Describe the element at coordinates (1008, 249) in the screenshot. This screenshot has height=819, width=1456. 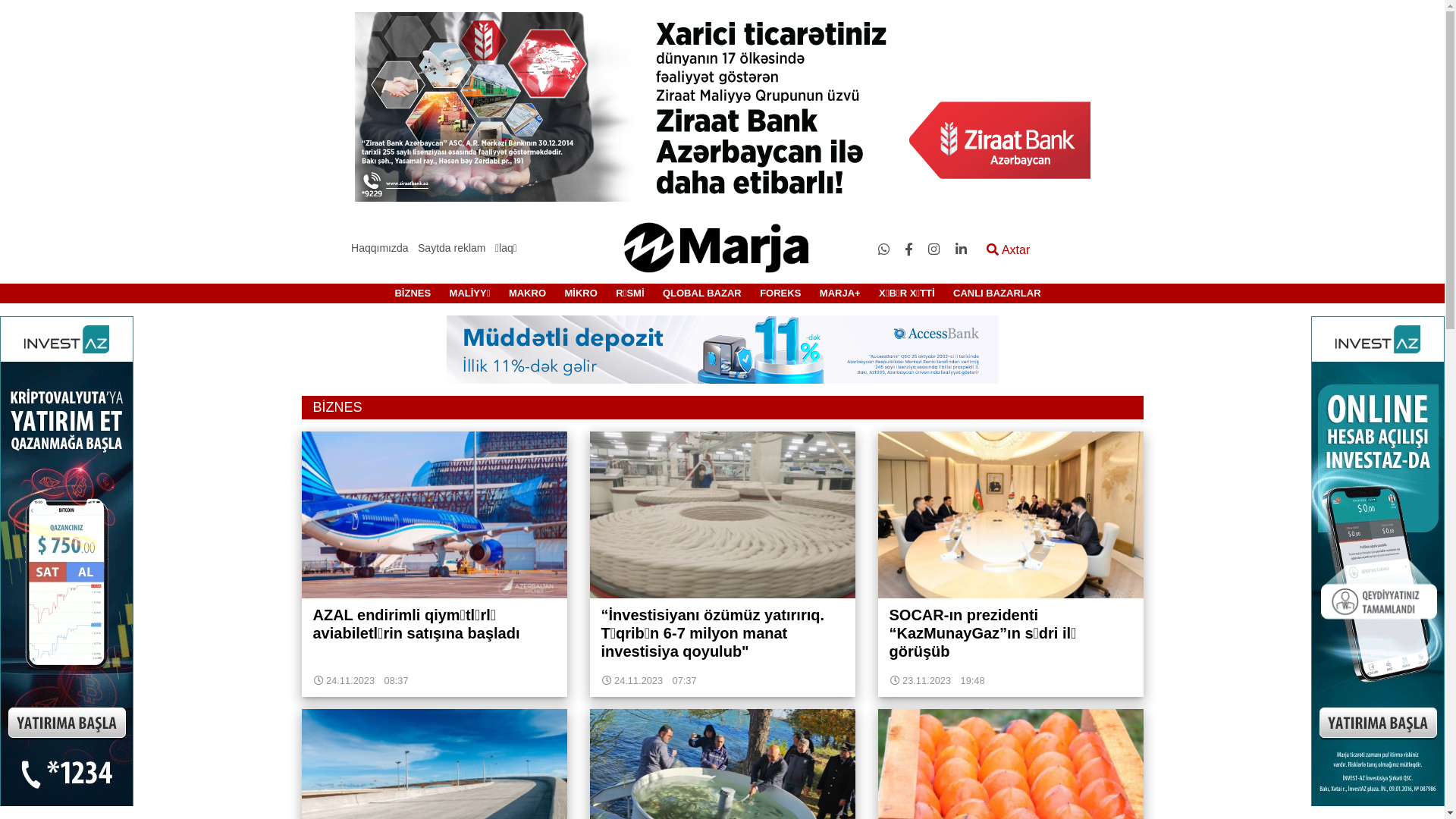
I see `'Axtar'` at that location.